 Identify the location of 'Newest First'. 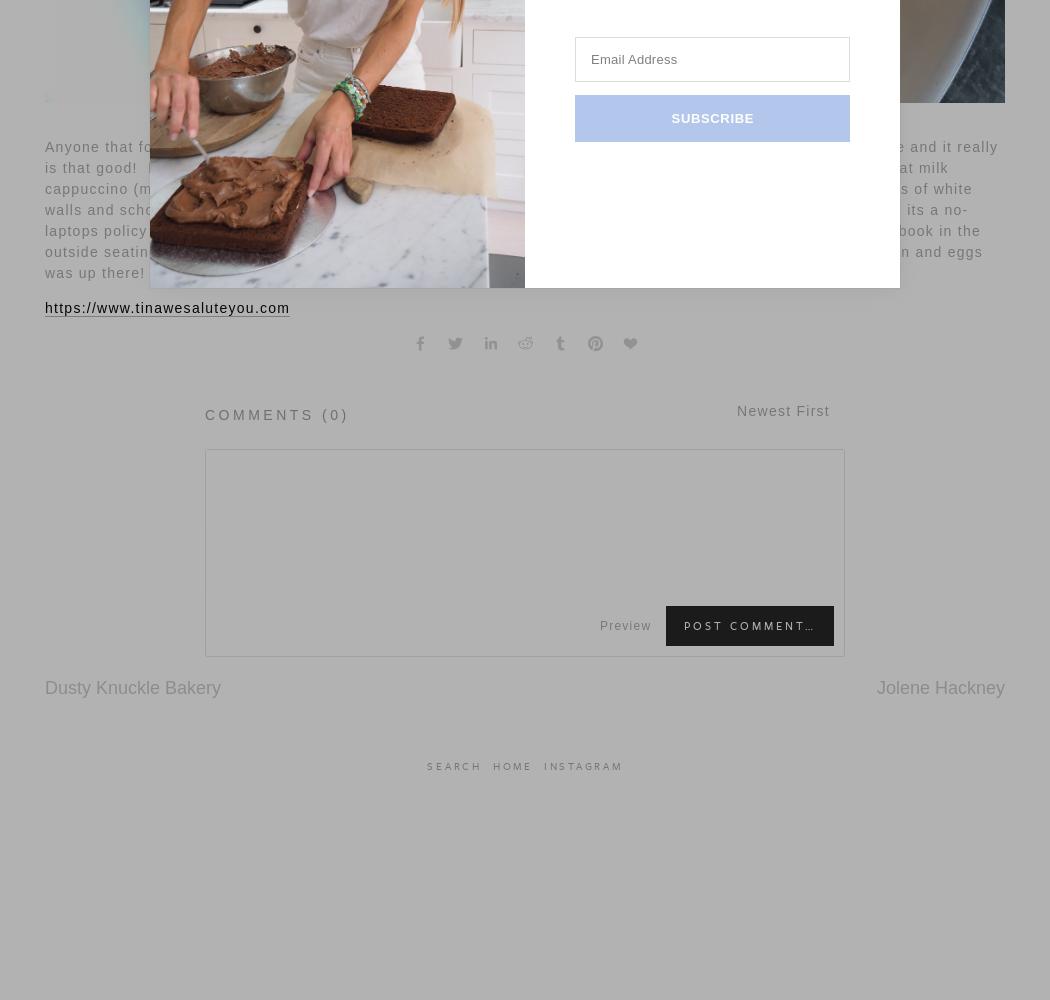
(783, 410).